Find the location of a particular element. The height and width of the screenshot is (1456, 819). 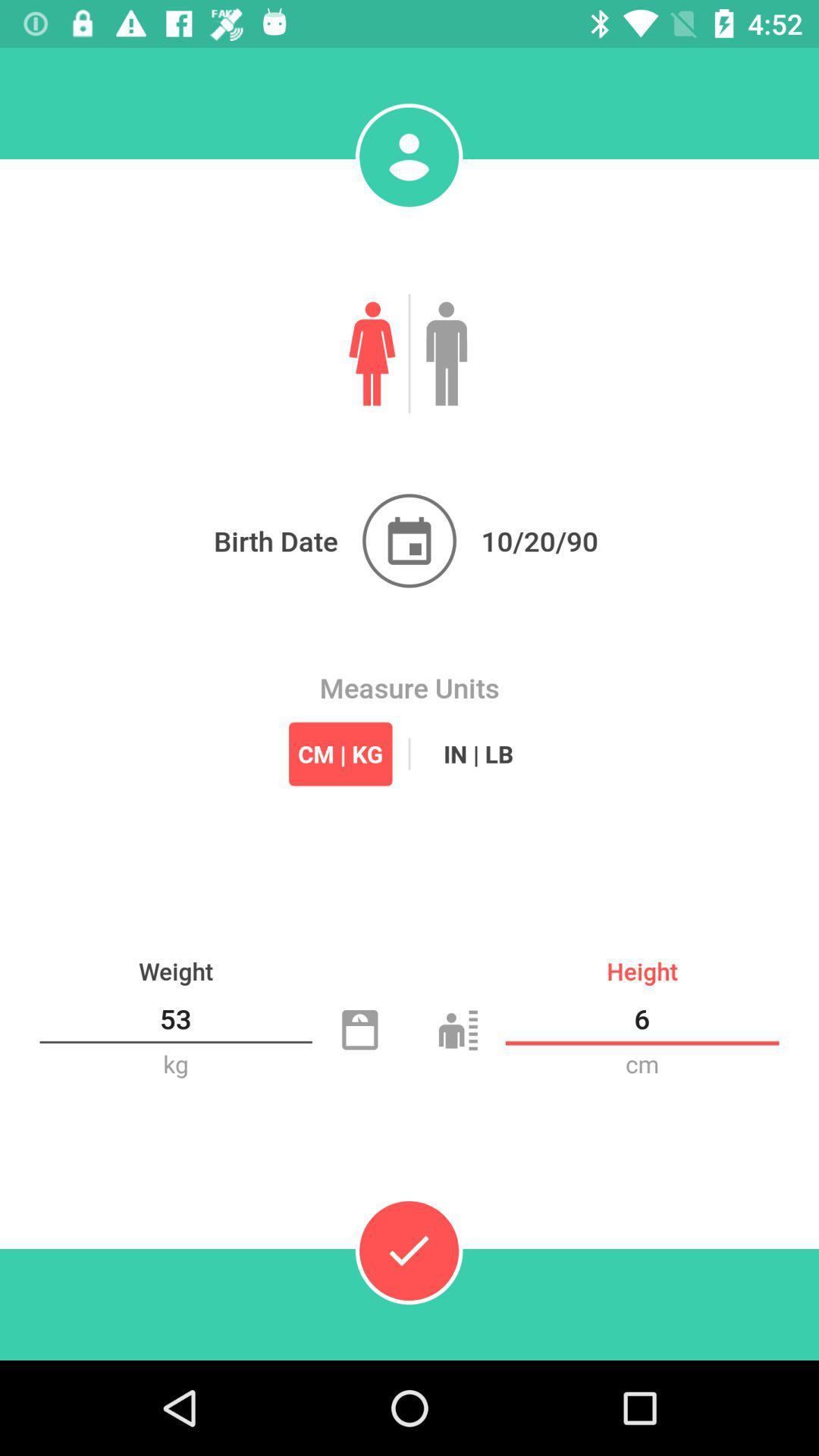

birth date type is located at coordinates (409, 541).